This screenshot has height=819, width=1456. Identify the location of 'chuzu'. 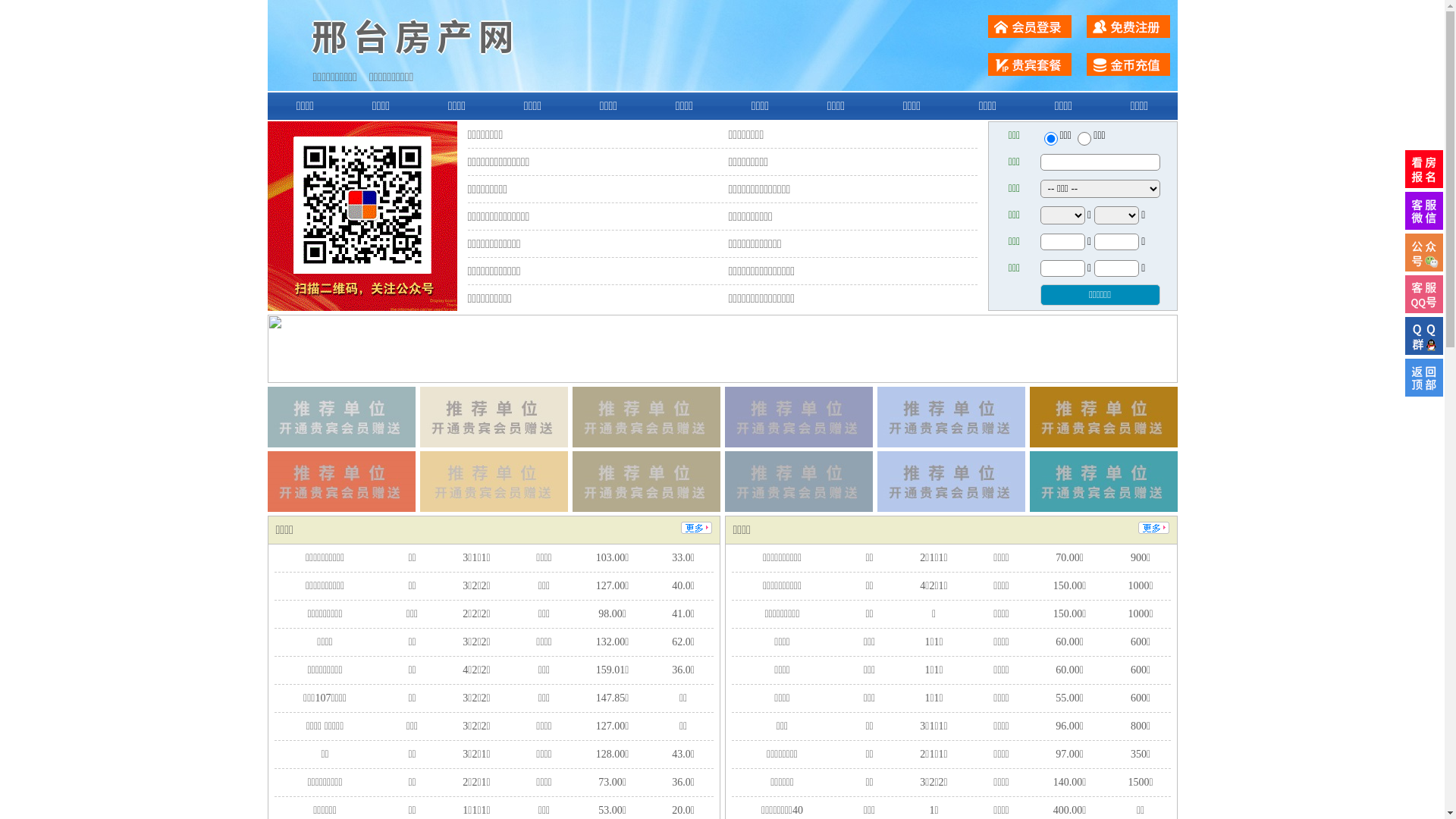
(1084, 138).